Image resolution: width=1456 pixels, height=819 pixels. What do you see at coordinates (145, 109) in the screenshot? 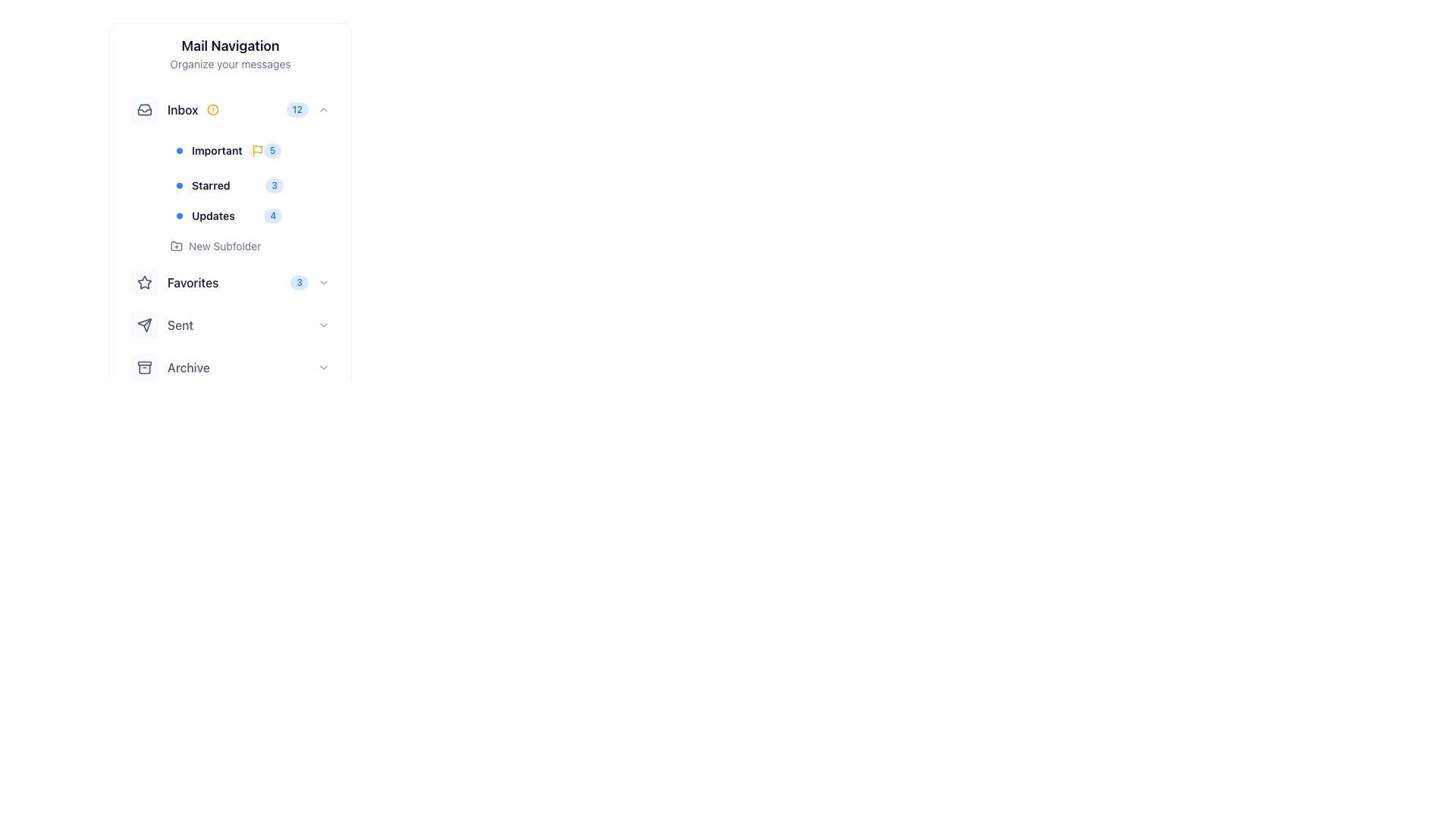
I see `the 'Inbox' icon represented by a small rounded rectangular icon with a gray background and a blue overlay, located in the upper-left of the interface within the 'Mail Navigation' menu` at bounding box center [145, 109].